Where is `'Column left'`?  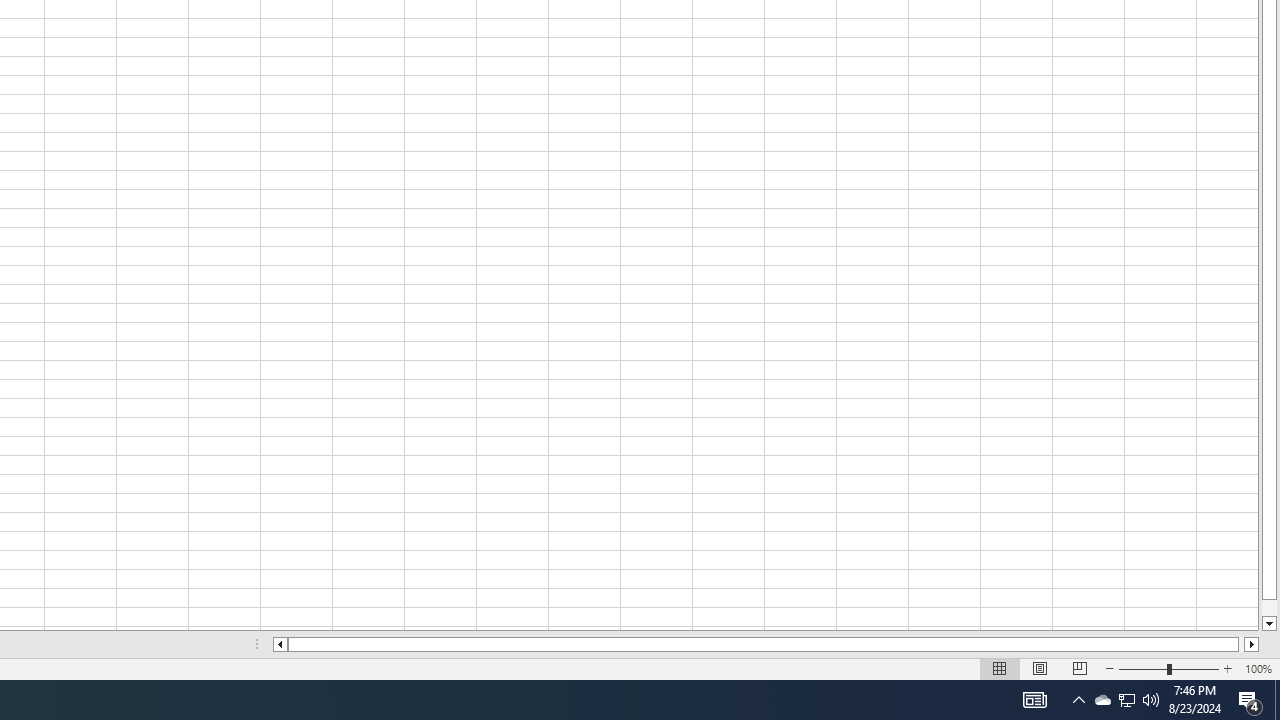 'Column left' is located at coordinates (278, 644).